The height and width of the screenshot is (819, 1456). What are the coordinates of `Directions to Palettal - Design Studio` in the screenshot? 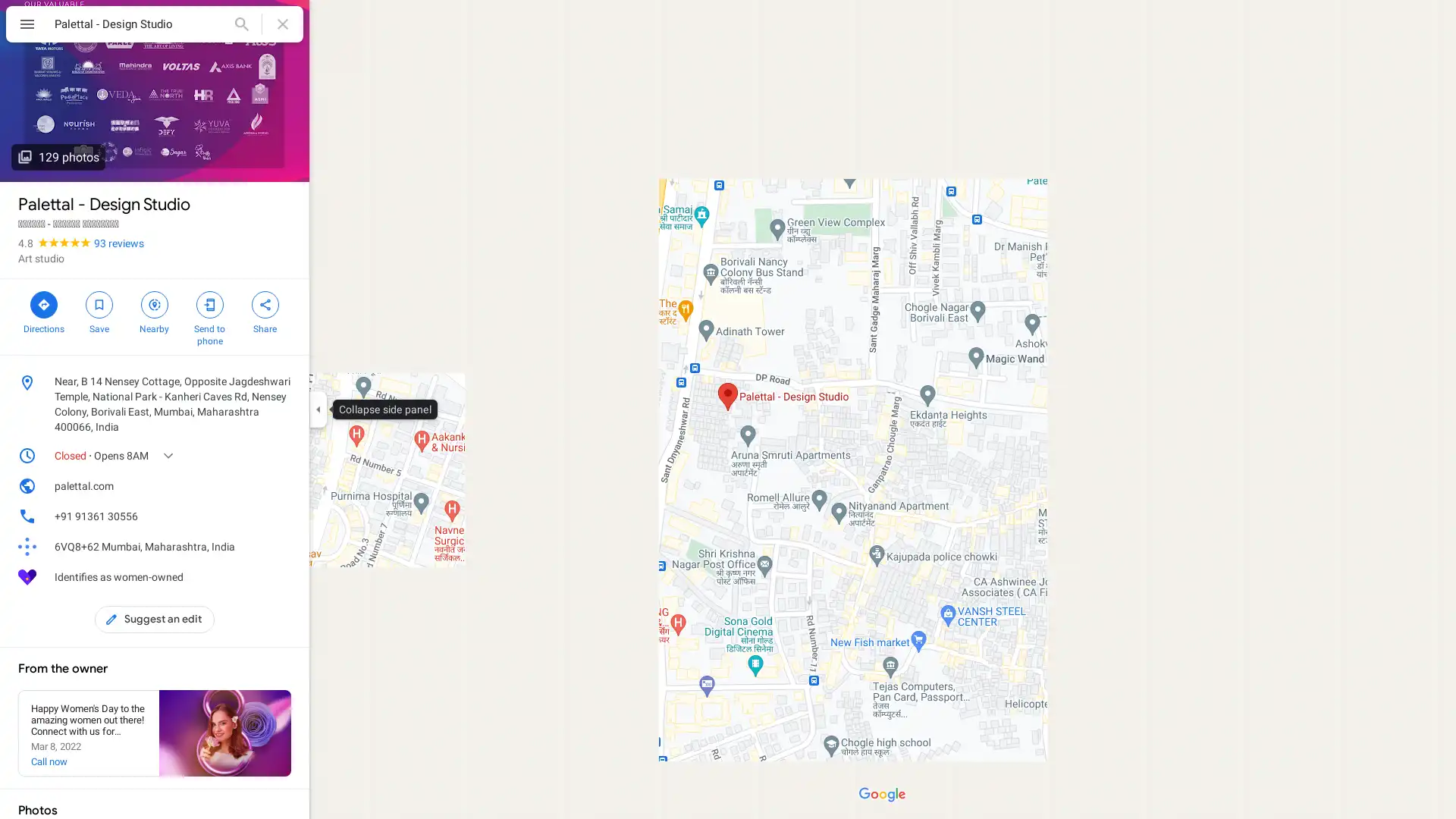 It's located at (43, 309).